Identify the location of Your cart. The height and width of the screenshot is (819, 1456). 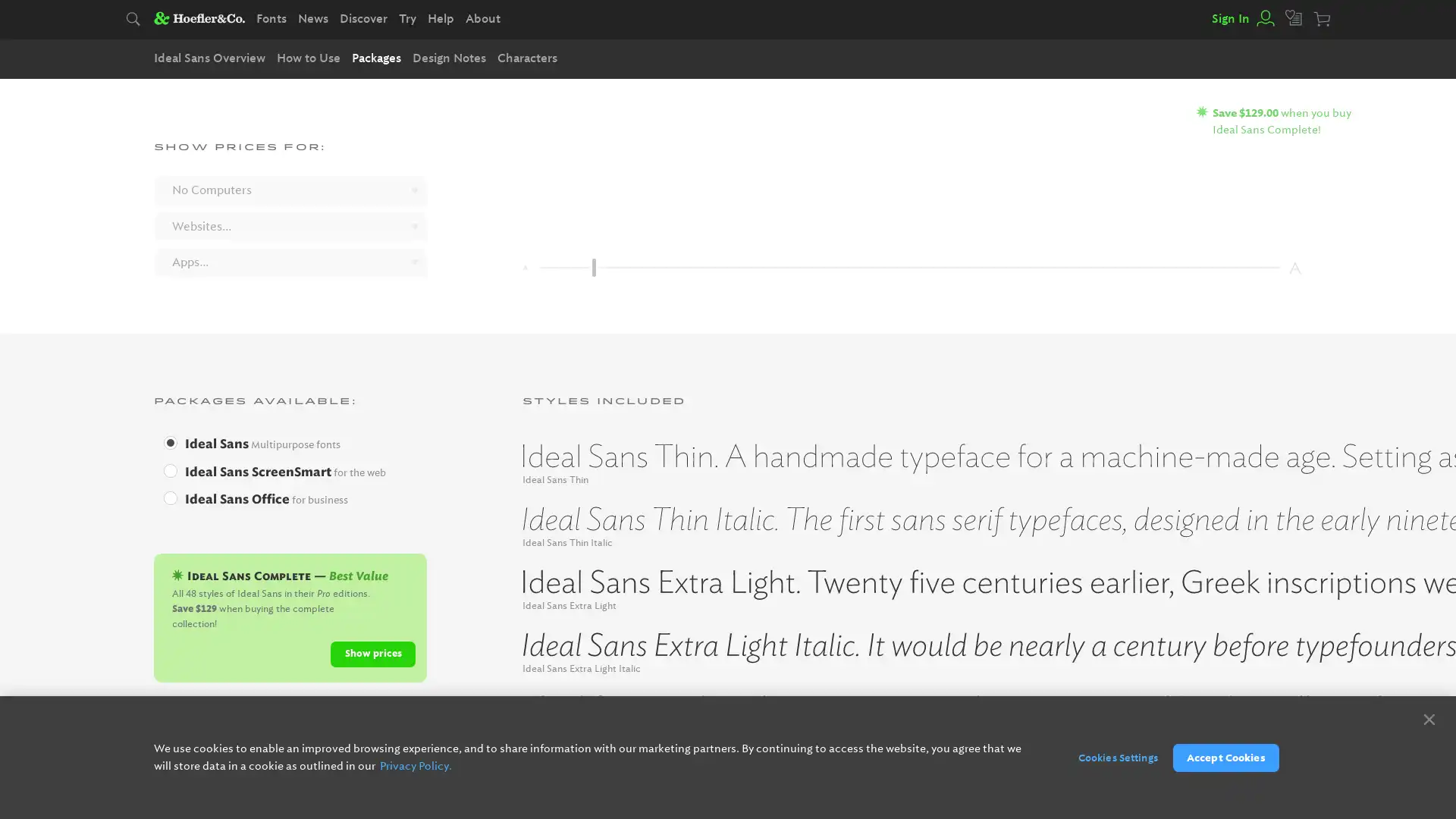
(1323, 20).